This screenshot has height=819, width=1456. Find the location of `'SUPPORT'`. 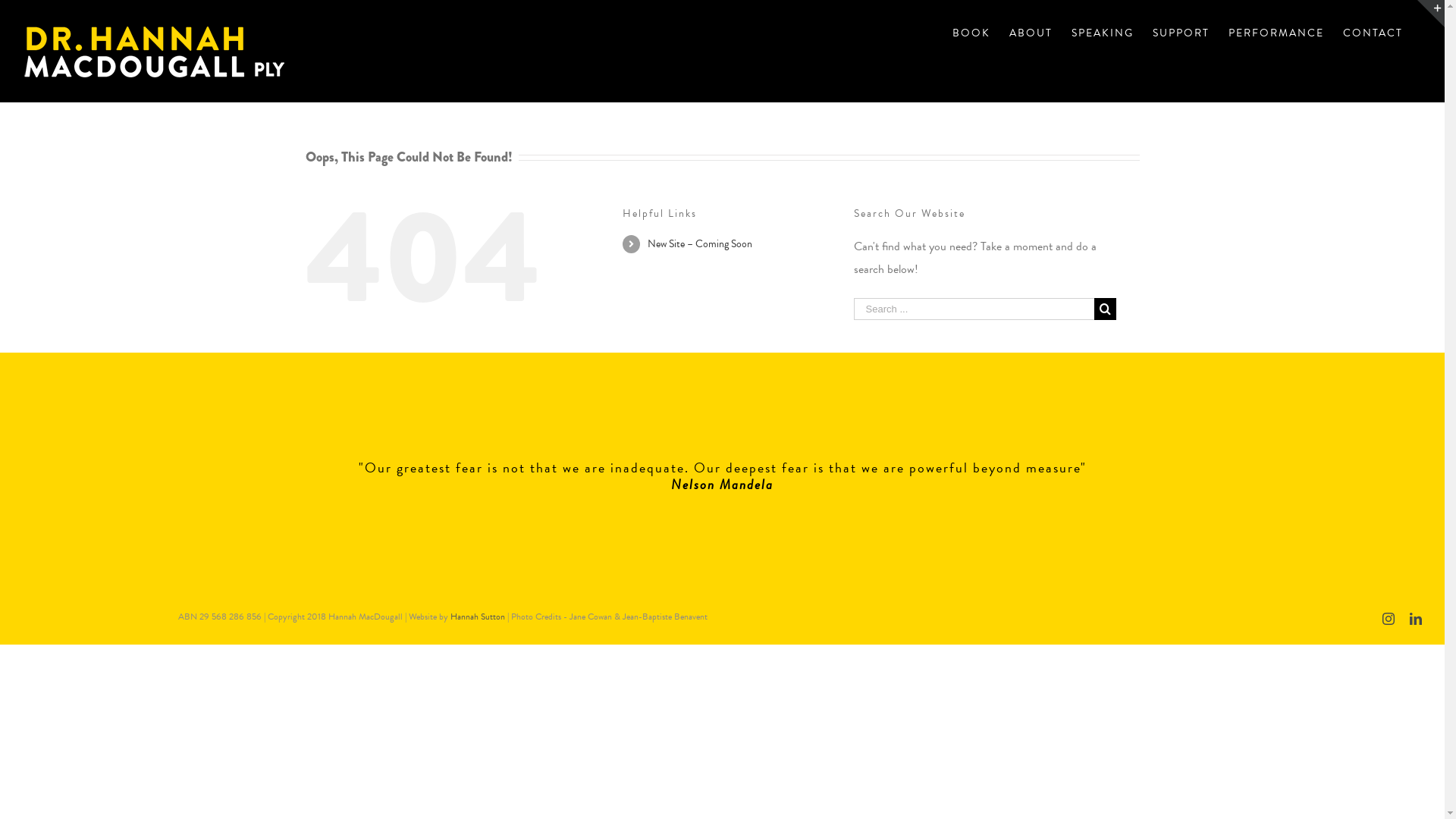

'SUPPORT' is located at coordinates (1180, 32).